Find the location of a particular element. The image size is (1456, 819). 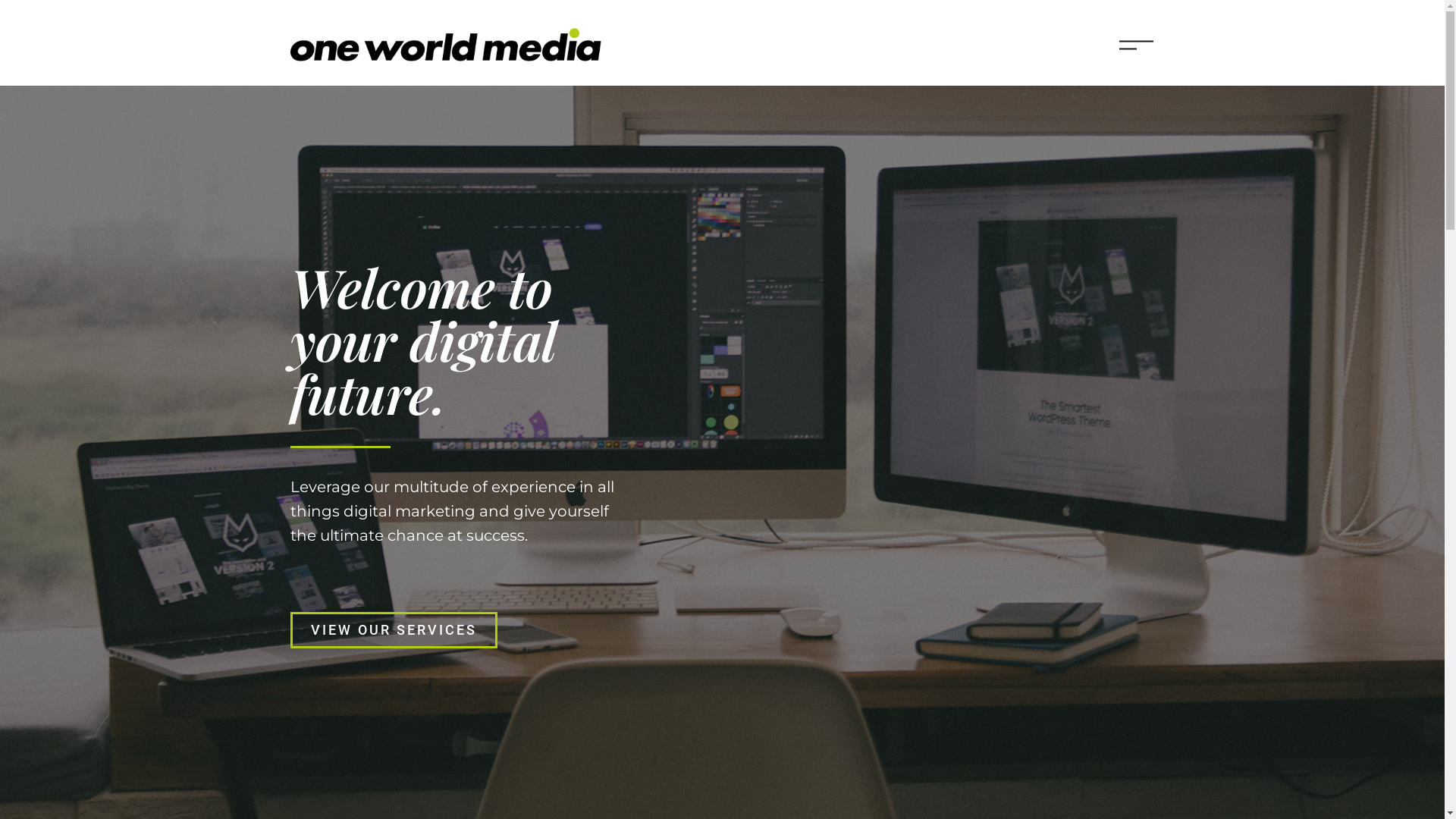

'VIEW OUR SERVICES' is located at coordinates (393, 629).